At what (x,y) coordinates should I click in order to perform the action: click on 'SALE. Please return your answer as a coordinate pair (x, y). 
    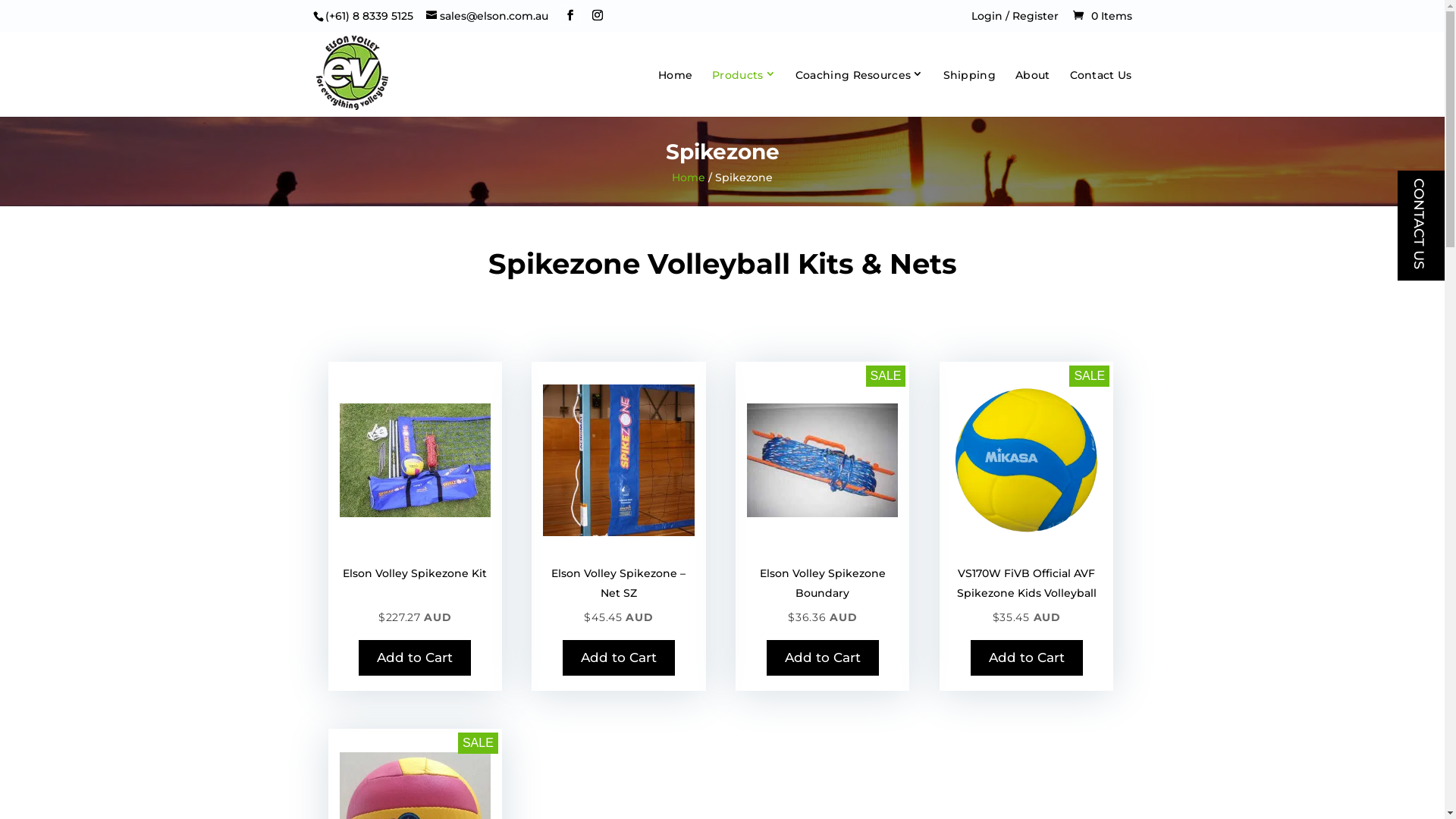
    Looking at the image, I should click on (821, 604).